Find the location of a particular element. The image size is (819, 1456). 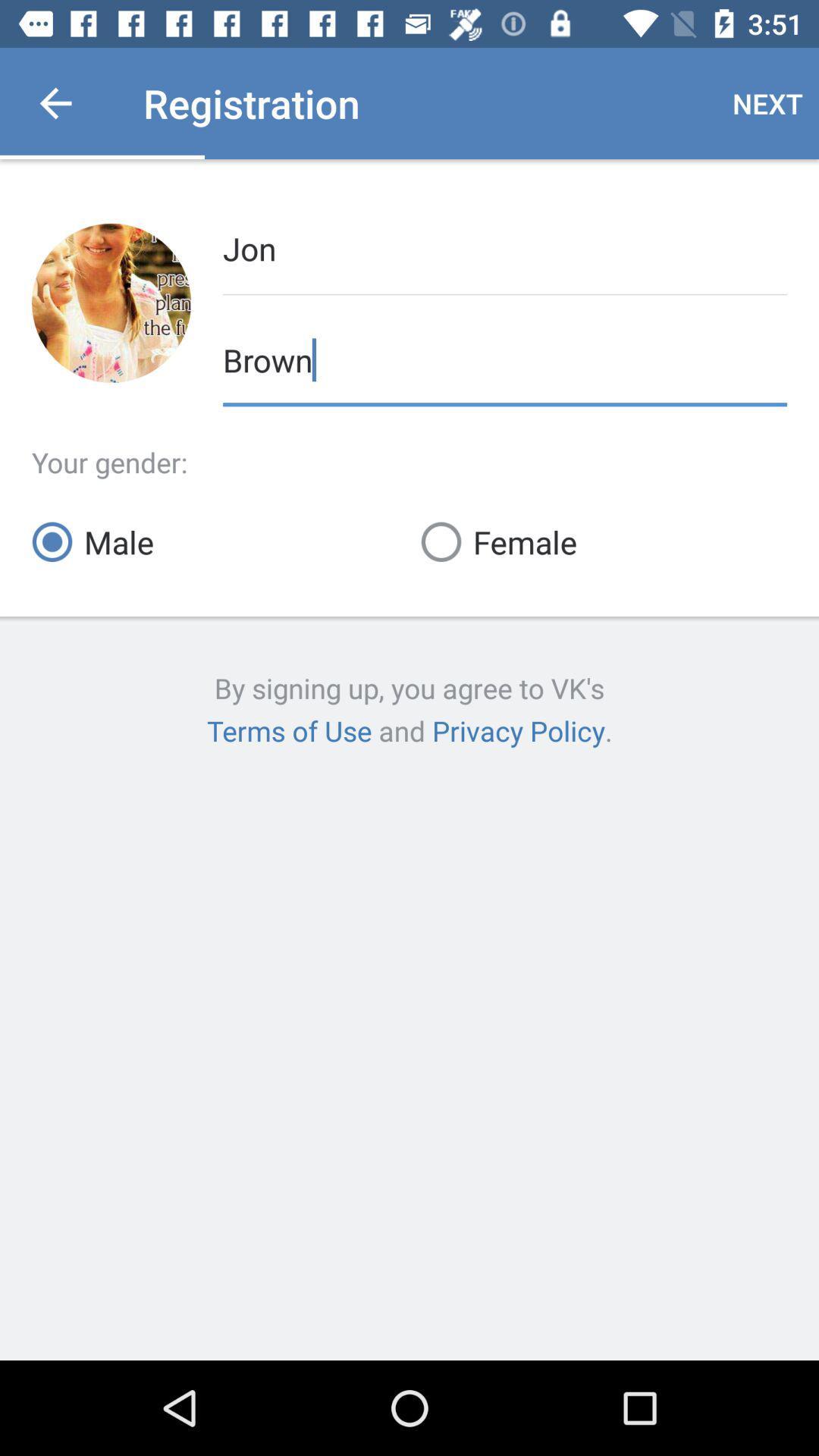

next at the top right corner is located at coordinates (767, 102).